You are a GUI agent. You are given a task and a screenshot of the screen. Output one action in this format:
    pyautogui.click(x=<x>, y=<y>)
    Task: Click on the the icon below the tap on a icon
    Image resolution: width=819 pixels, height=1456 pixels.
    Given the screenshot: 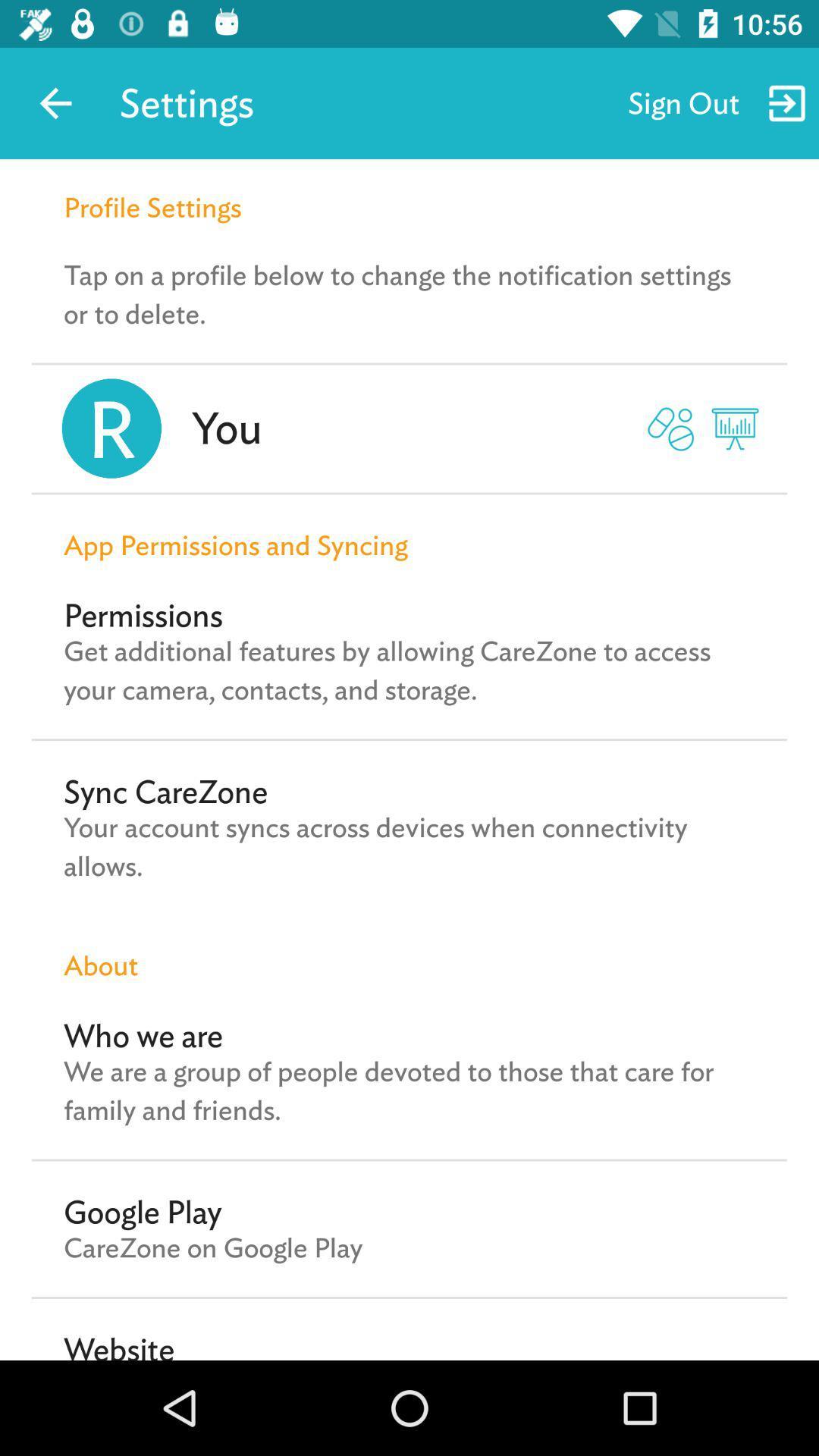 What is the action you would take?
    pyautogui.click(x=227, y=428)
    